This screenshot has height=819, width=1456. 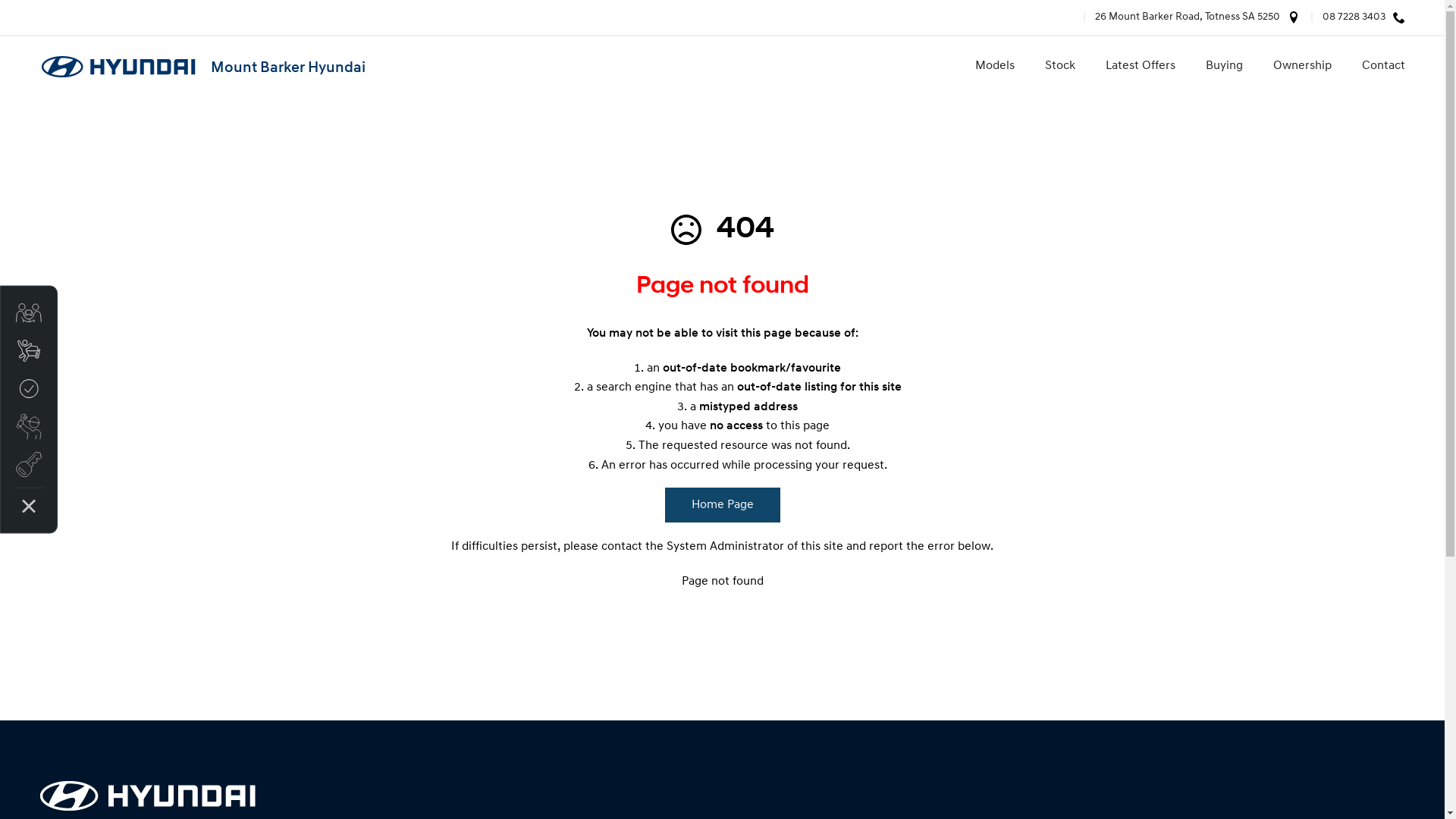 I want to click on 'Models', so click(x=959, y=66).